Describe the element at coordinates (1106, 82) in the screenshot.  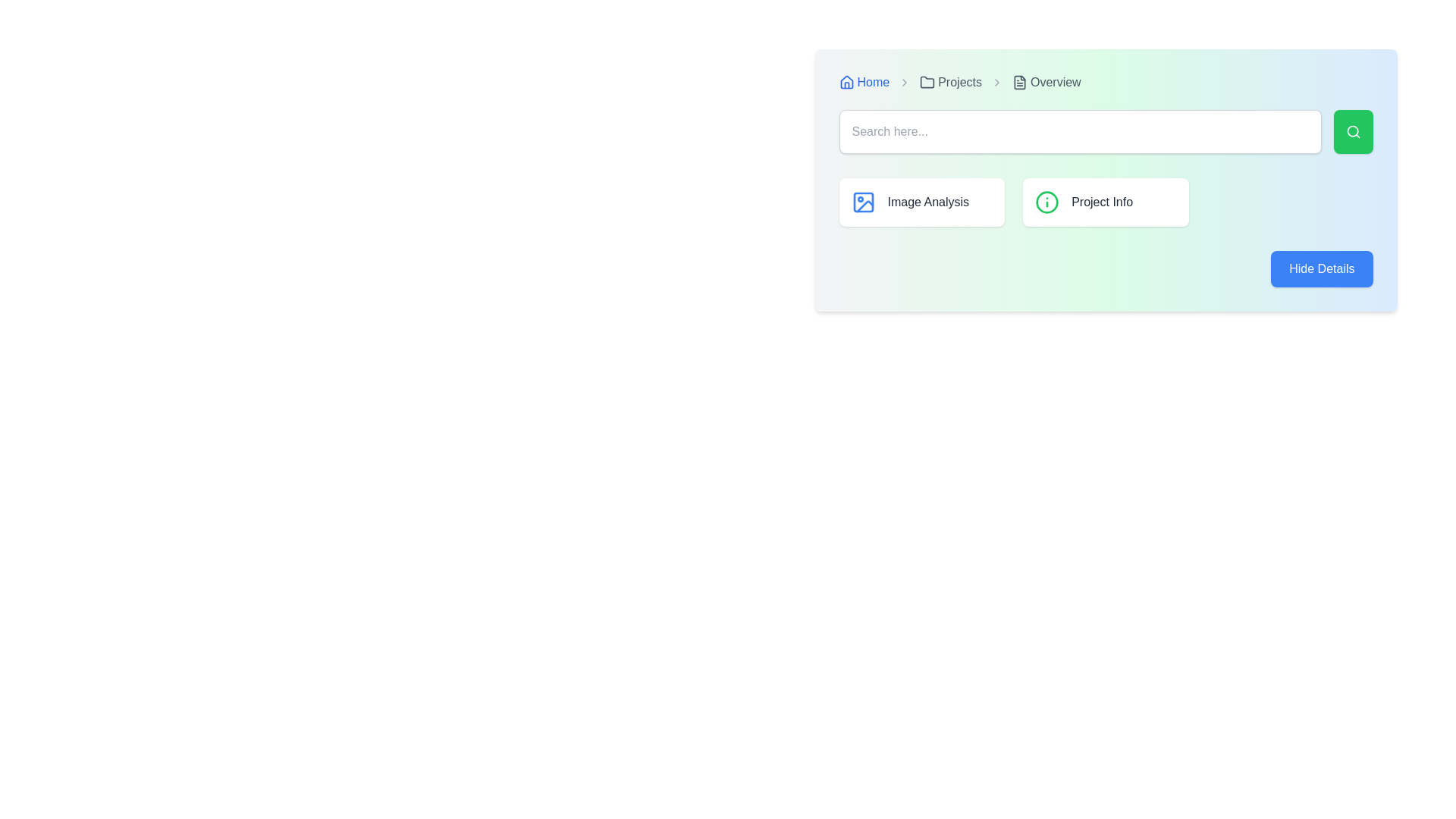
I see `the breadcrumb navigation control located at the top-left corner of the interface` at that location.